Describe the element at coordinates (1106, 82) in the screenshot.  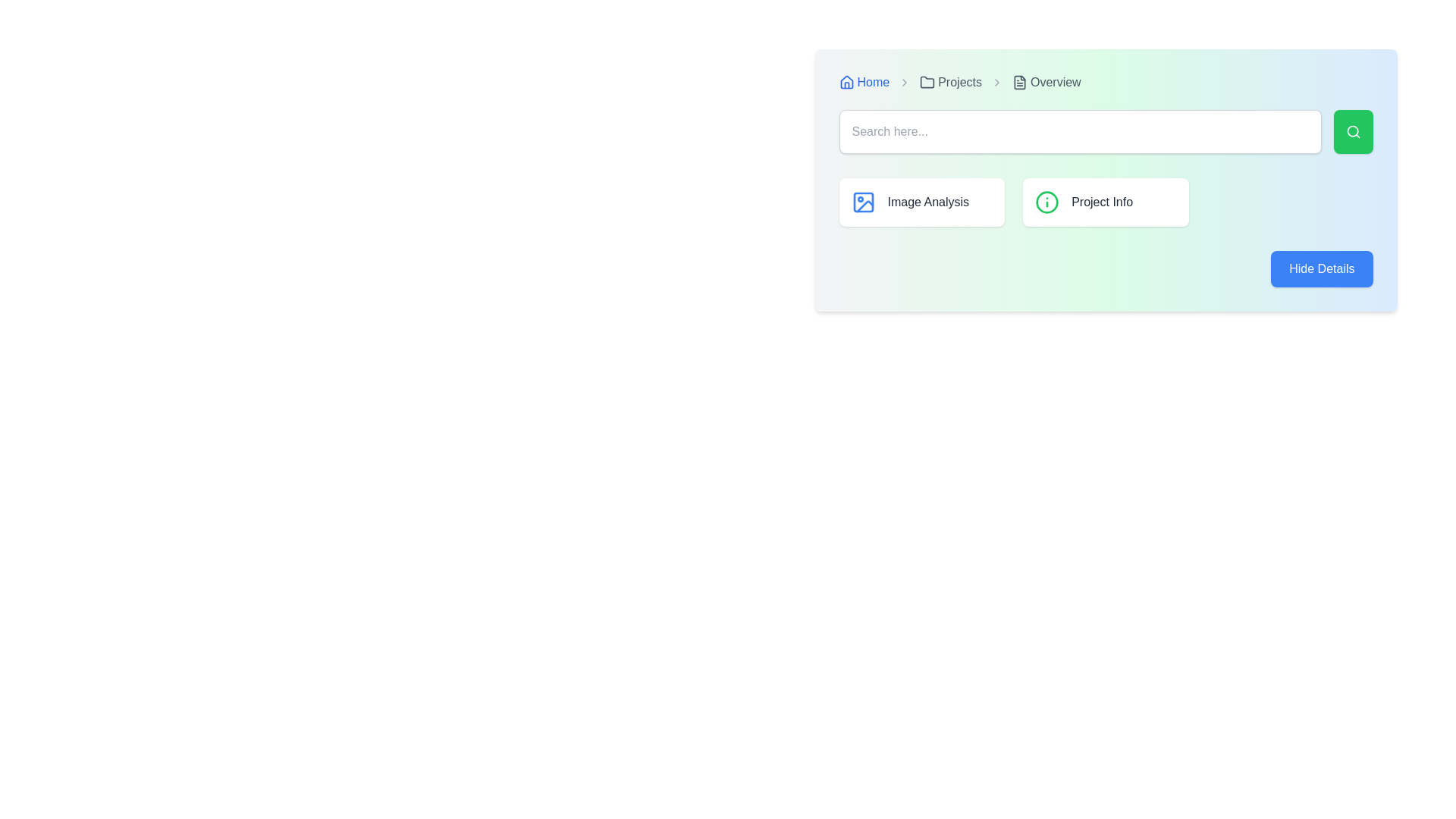
I see `the breadcrumb navigation control located at the top-left corner of the interface` at that location.